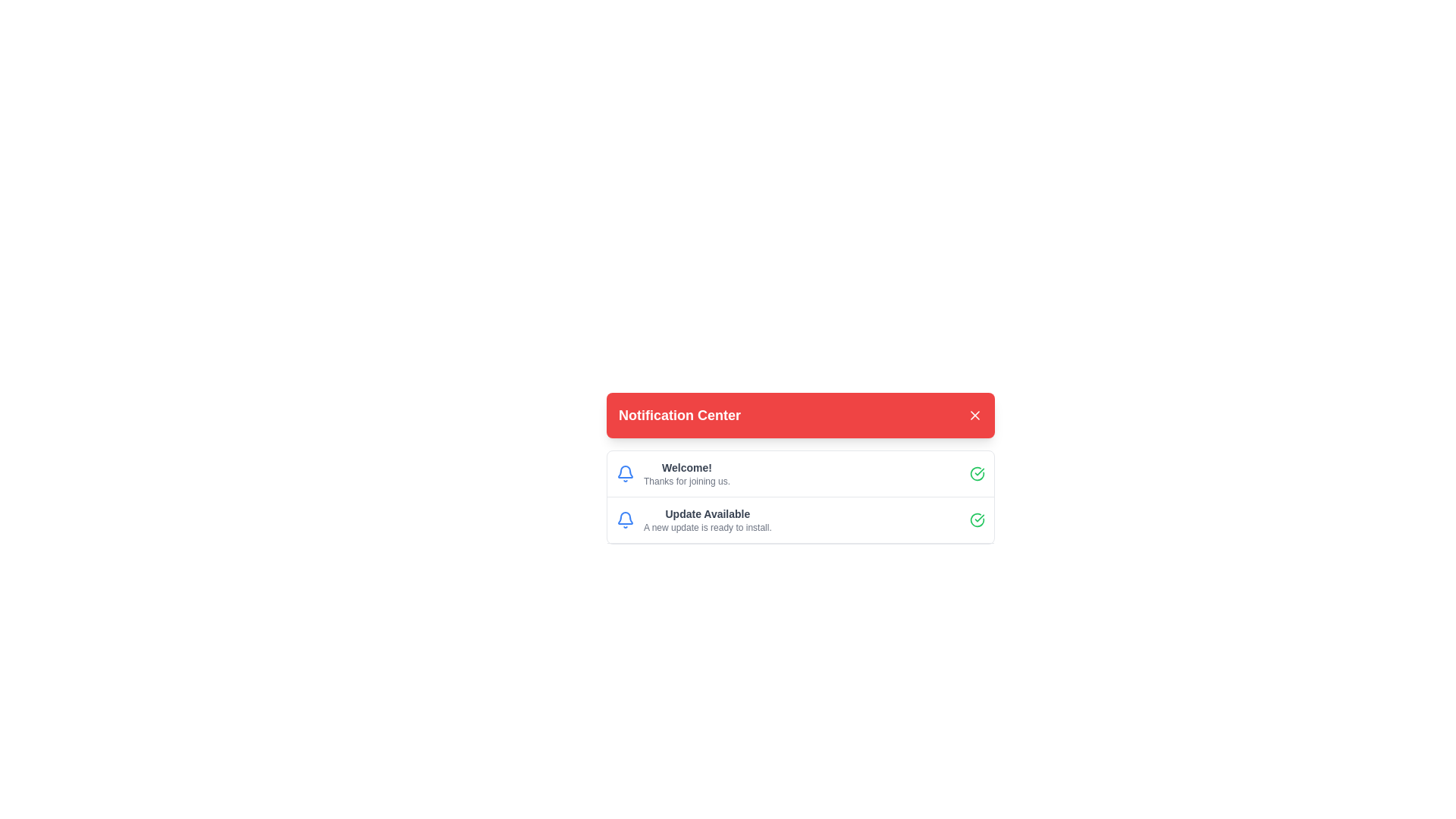 The image size is (1456, 819). What do you see at coordinates (977, 472) in the screenshot?
I see `the success icon located in the top notification of the notification center, positioned to the right of the text 'Welcome! Thanks for joining us.'` at bounding box center [977, 472].